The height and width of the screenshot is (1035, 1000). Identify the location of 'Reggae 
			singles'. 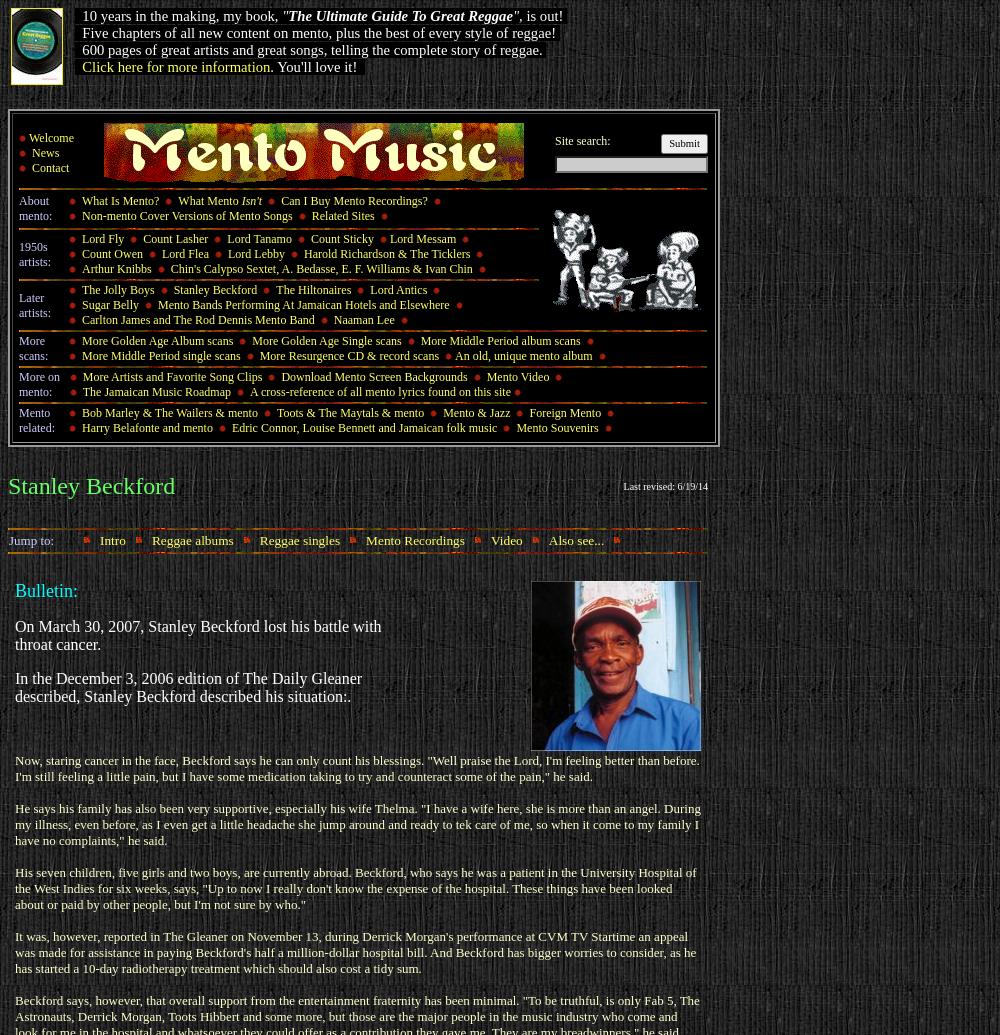
(299, 539).